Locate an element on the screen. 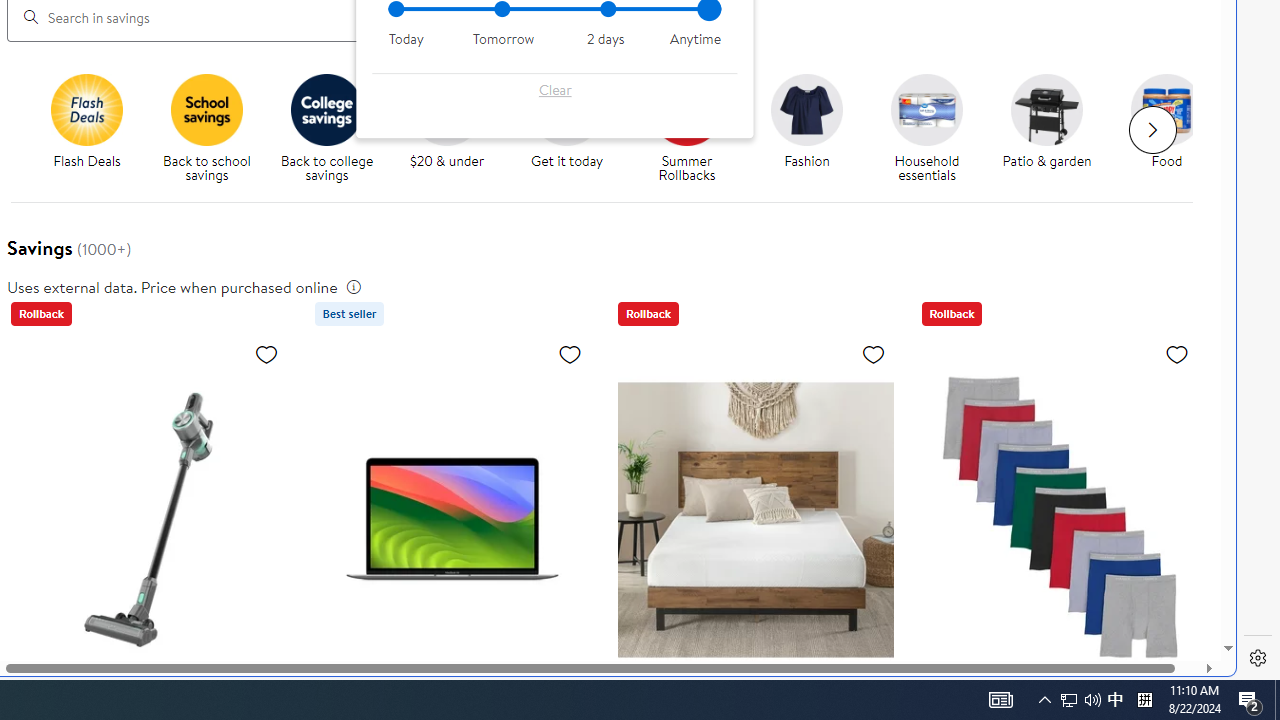 This screenshot has height=720, width=1280. 'Back to school savings' is located at coordinates (215, 129).